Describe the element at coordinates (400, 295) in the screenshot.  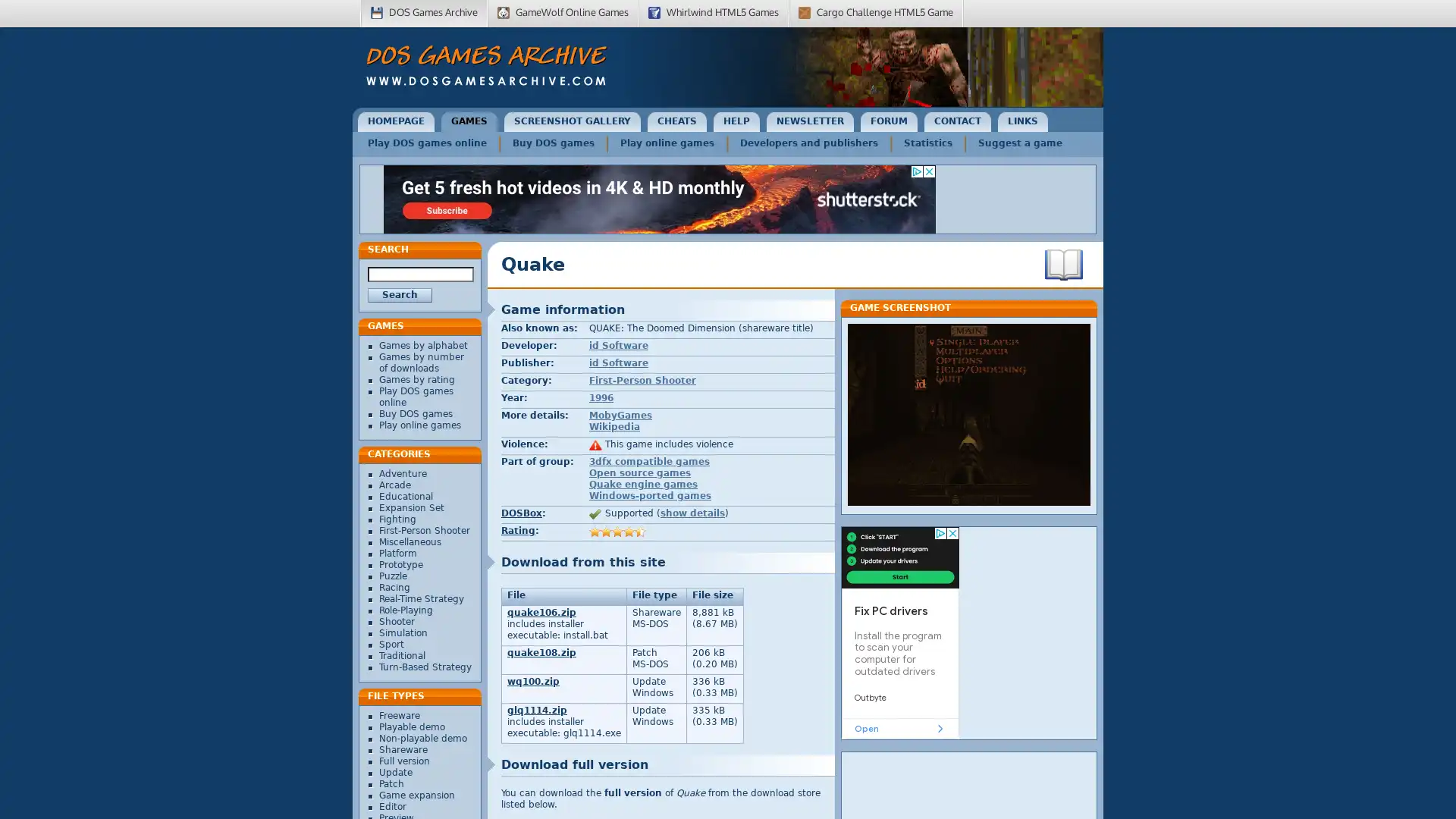
I see `Search` at that location.